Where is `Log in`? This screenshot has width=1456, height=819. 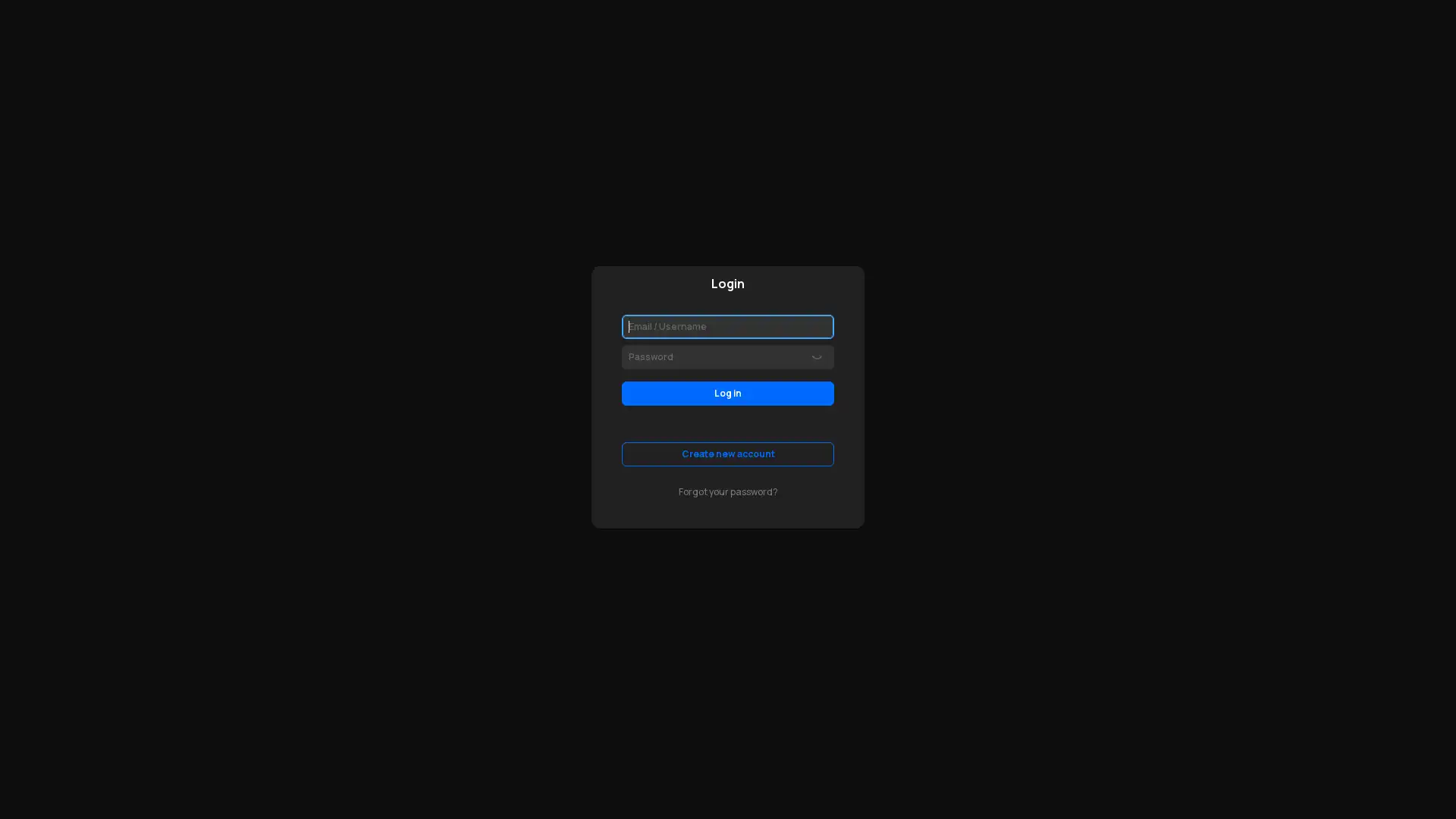 Log in is located at coordinates (728, 393).